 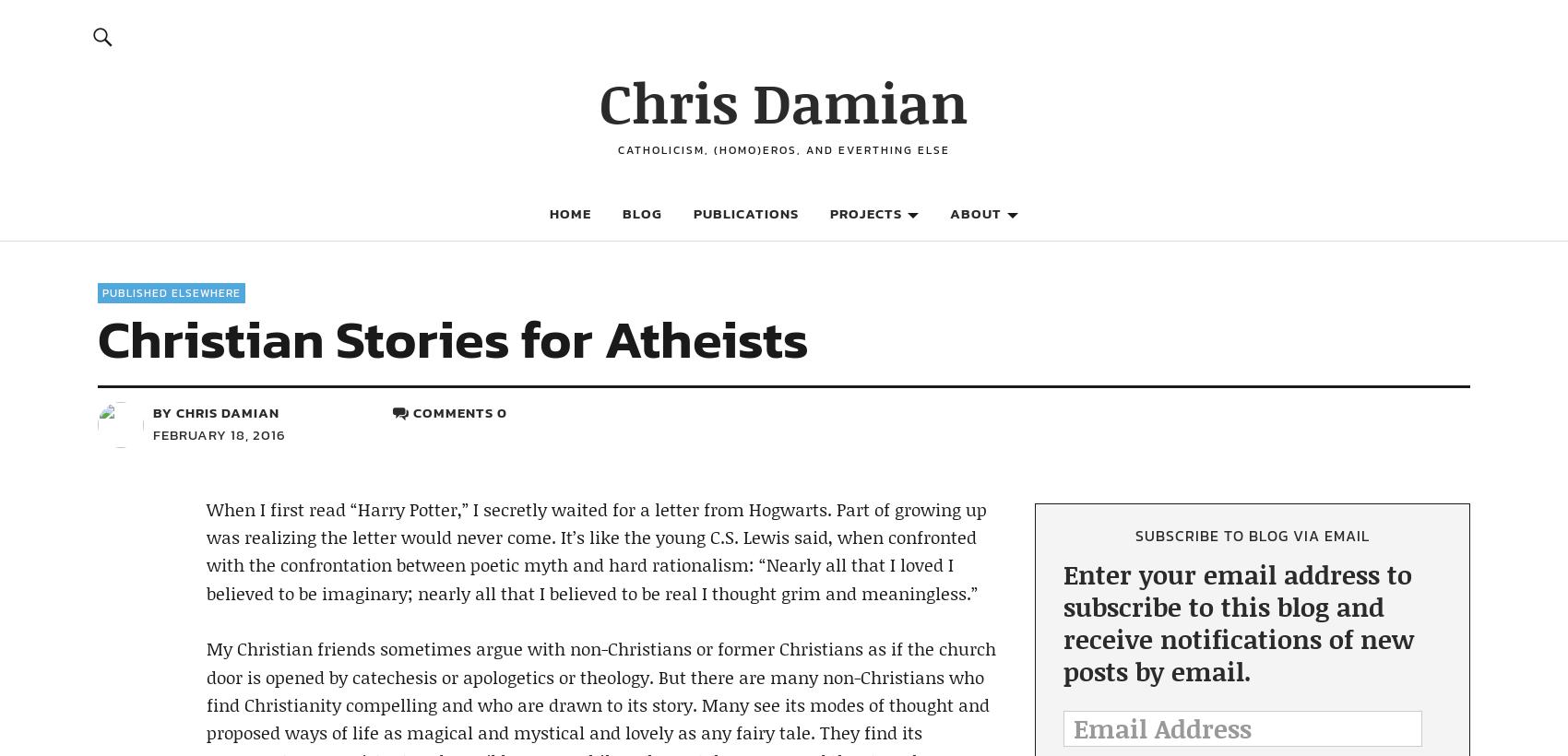 What do you see at coordinates (600, 154) in the screenshot?
I see `'Or perhaps it is driven by a hope we’ll discover something that will change our lives. I wonder if, at some level, to live is to wait for the stories, the experiences, the letters that will open up the world for us, that will take us beyond the dreariness of the everyday and give us something to hope for that’s more than ephemeral fiction. We want to fall in love or fall back in love with life, even when, like Lewis, we’re sure that love doesn’t exist.'` at bounding box center [600, 154].